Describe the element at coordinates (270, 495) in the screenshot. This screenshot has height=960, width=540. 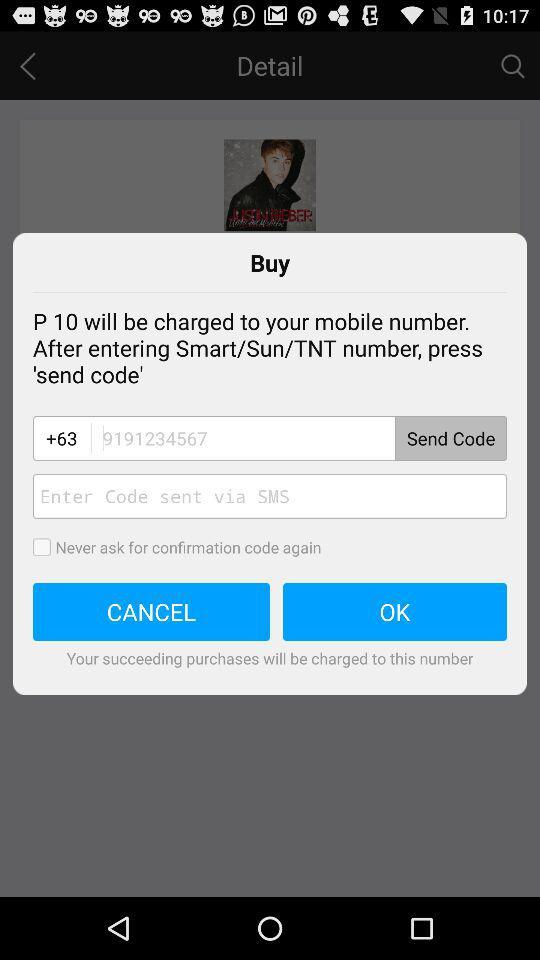
I see `code` at that location.